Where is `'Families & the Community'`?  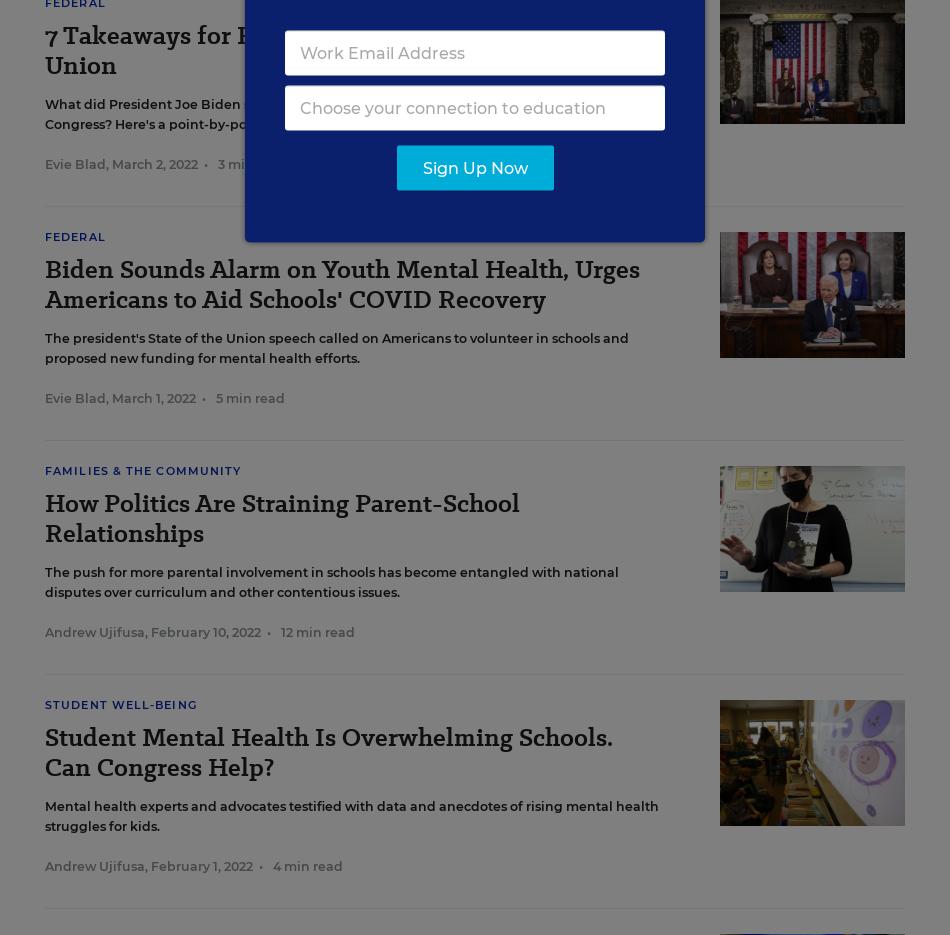
'Families & the Community' is located at coordinates (45, 470).